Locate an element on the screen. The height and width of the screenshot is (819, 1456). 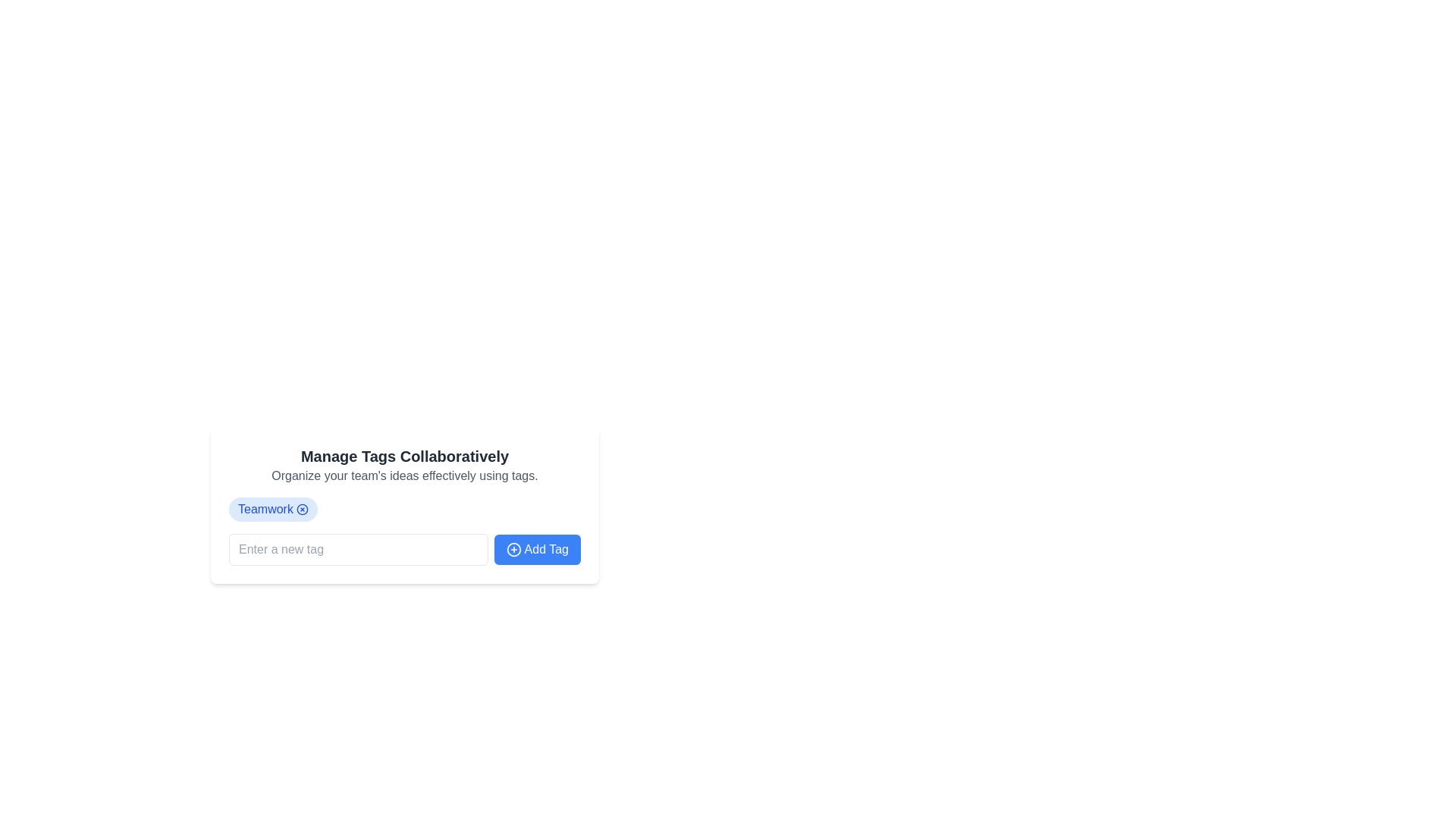
the circular outline component located to the right of the 'Teamwork' label in the primary content area near the center of the interface is located at coordinates (302, 509).